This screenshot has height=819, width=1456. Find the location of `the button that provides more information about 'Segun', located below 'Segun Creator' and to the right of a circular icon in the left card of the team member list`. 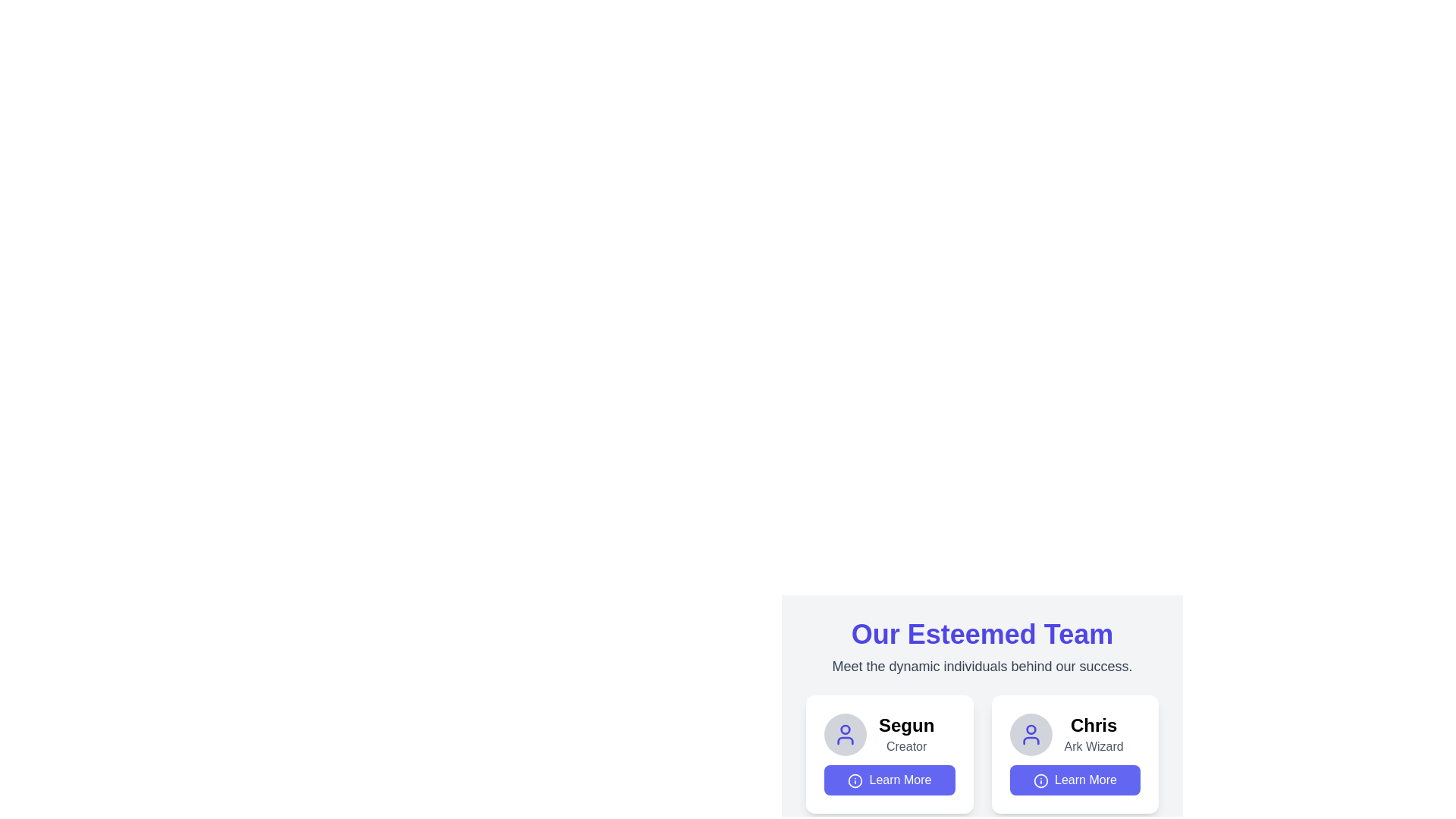

the button that provides more information about 'Segun', located below 'Segun Creator' and to the right of a circular icon in the left card of the team member list is located at coordinates (890, 780).